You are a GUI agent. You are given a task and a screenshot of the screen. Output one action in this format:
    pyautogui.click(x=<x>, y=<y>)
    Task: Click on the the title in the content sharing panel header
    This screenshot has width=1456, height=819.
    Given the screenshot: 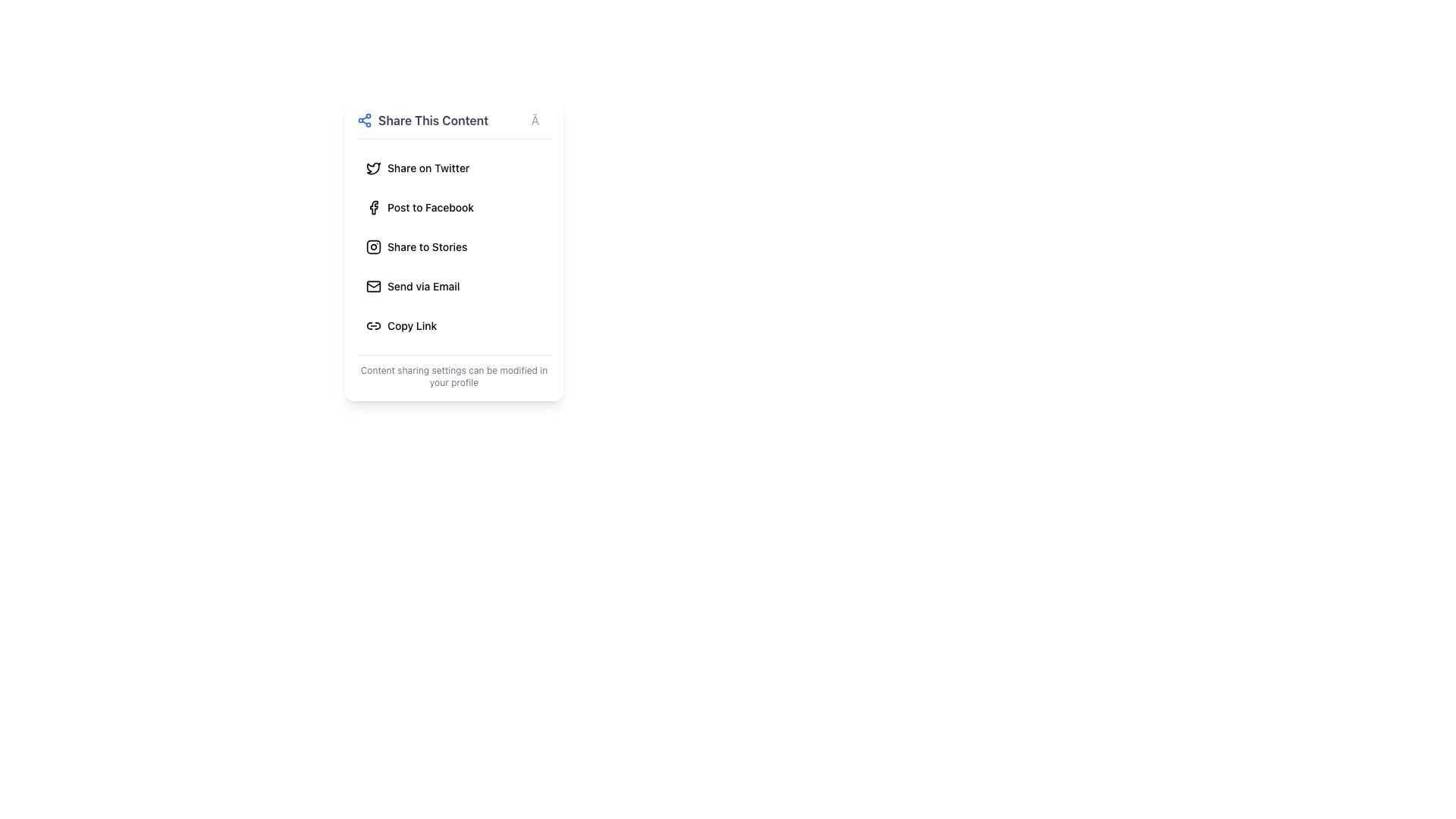 What is the action you would take?
    pyautogui.click(x=453, y=124)
    